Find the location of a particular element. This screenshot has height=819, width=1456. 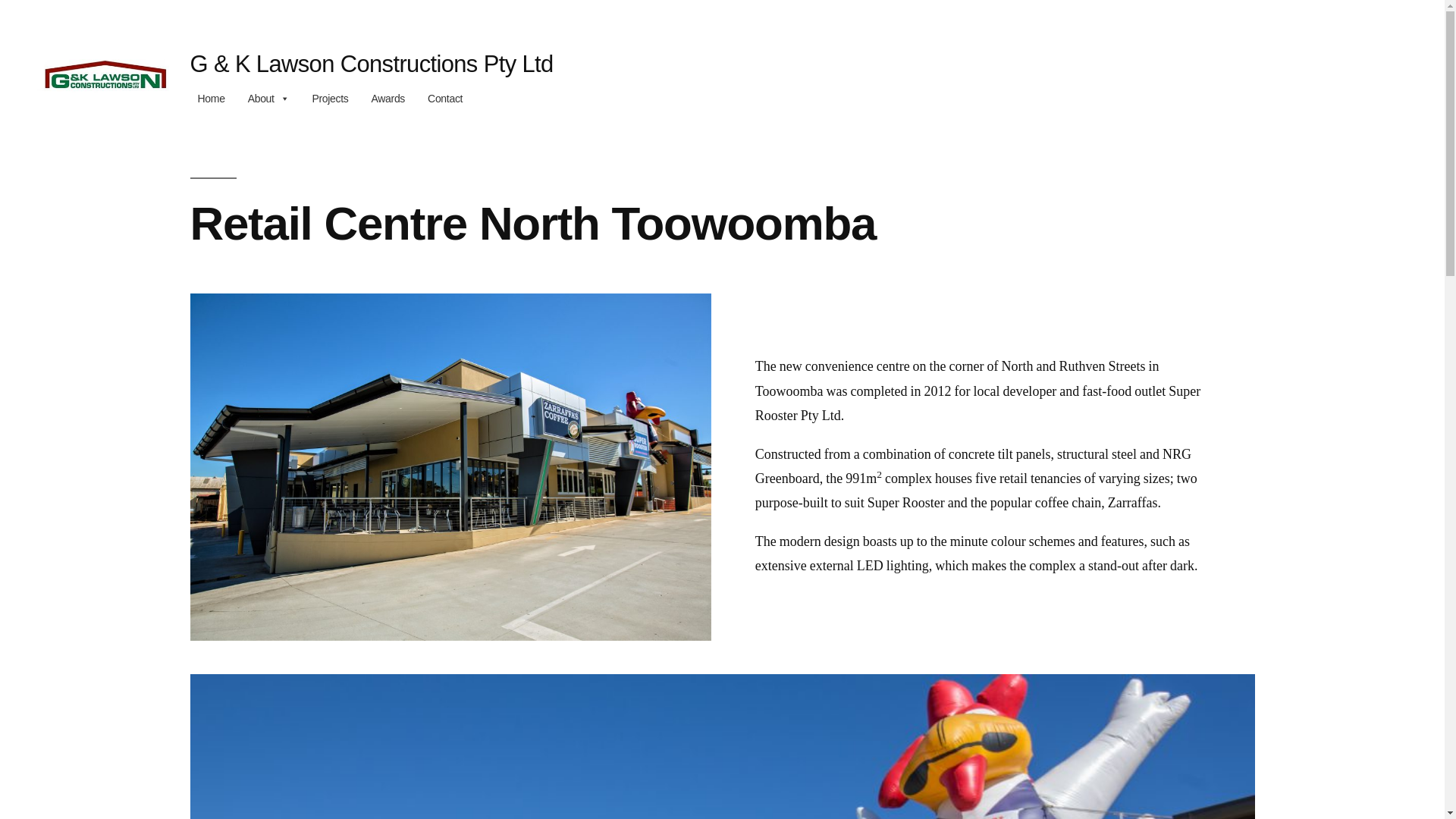

'About' is located at coordinates (239, 99).